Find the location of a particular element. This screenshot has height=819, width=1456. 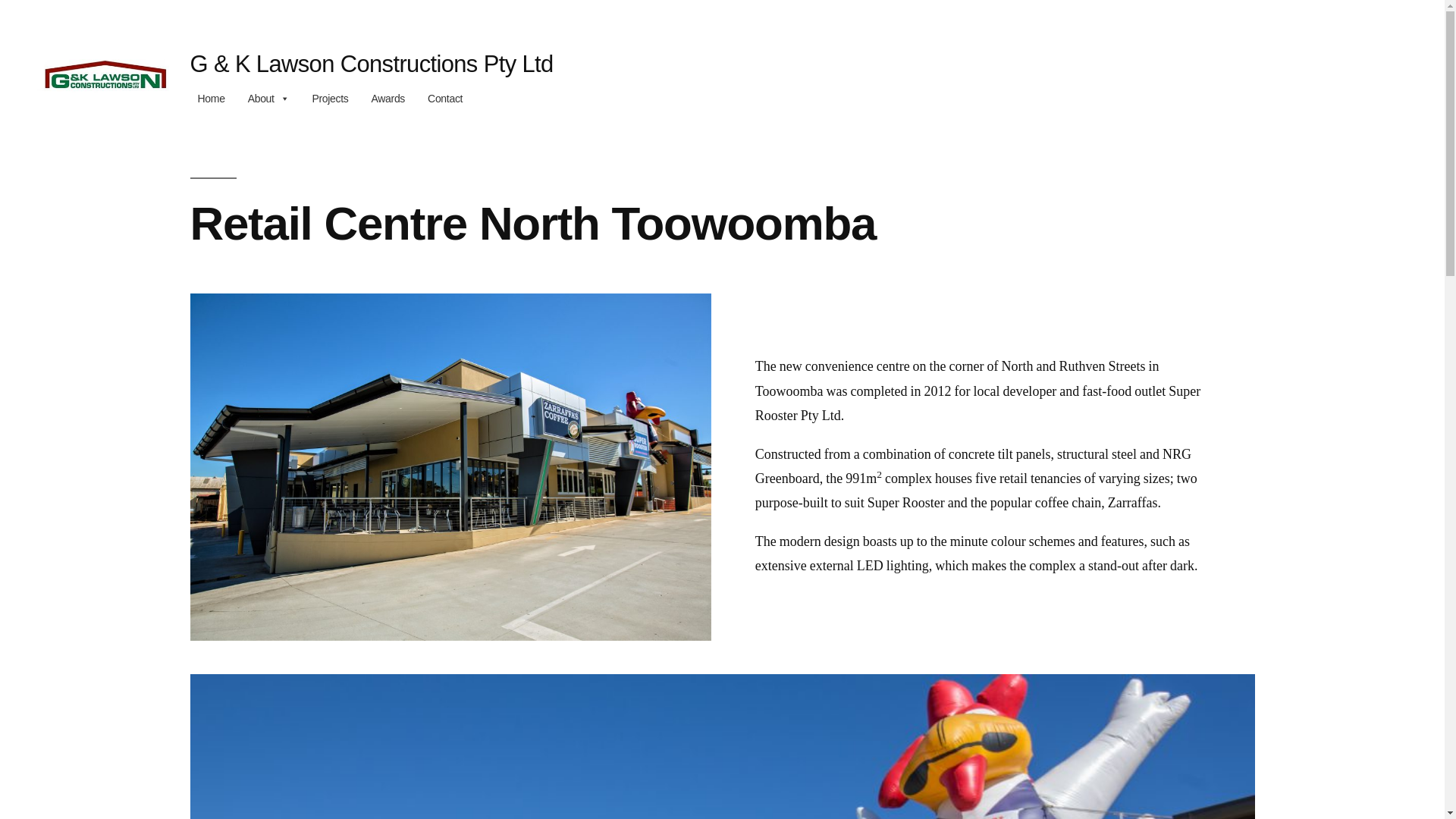

'About' is located at coordinates (239, 99).